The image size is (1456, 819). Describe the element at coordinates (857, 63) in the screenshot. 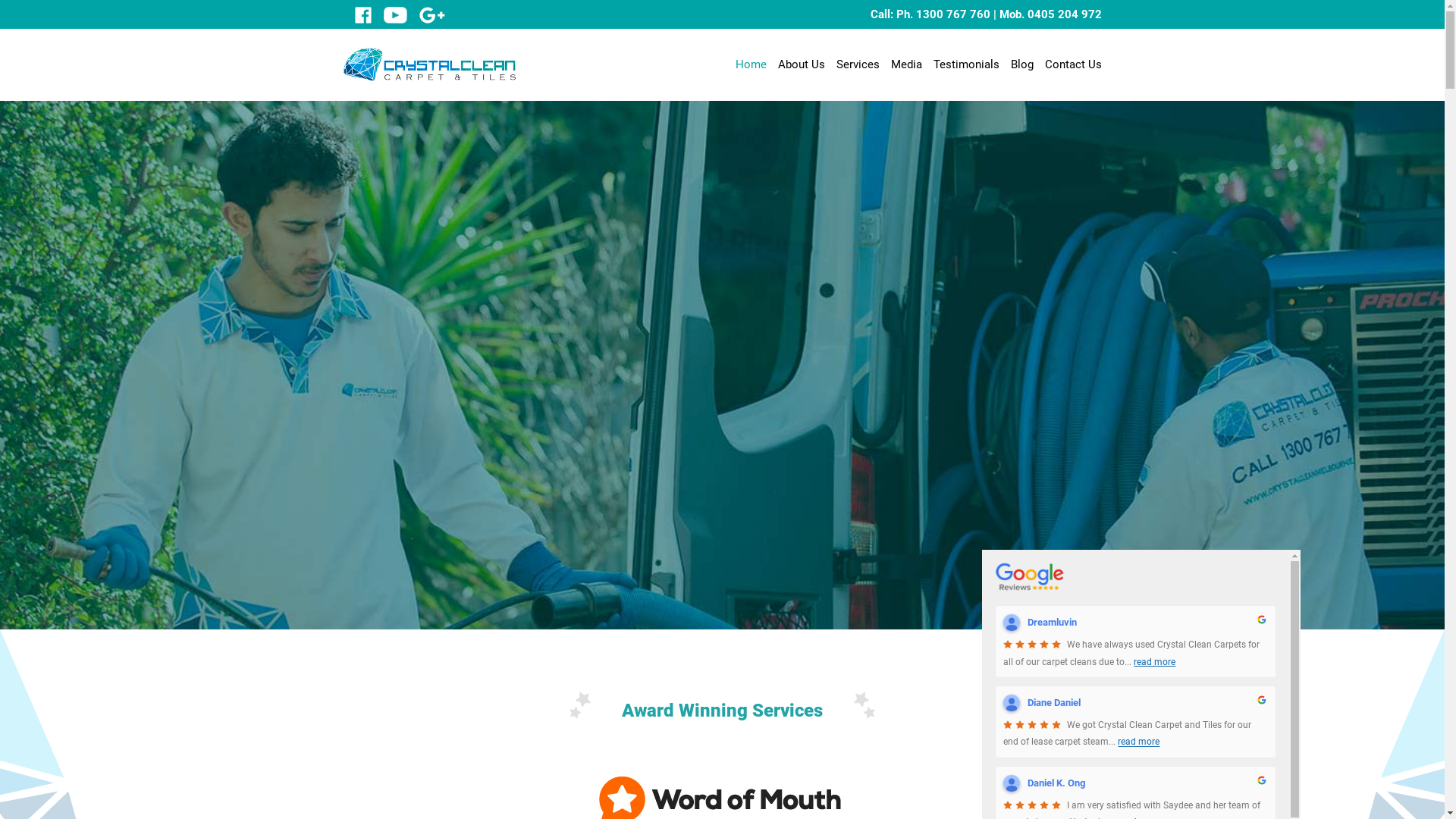

I see `'Services'` at that location.